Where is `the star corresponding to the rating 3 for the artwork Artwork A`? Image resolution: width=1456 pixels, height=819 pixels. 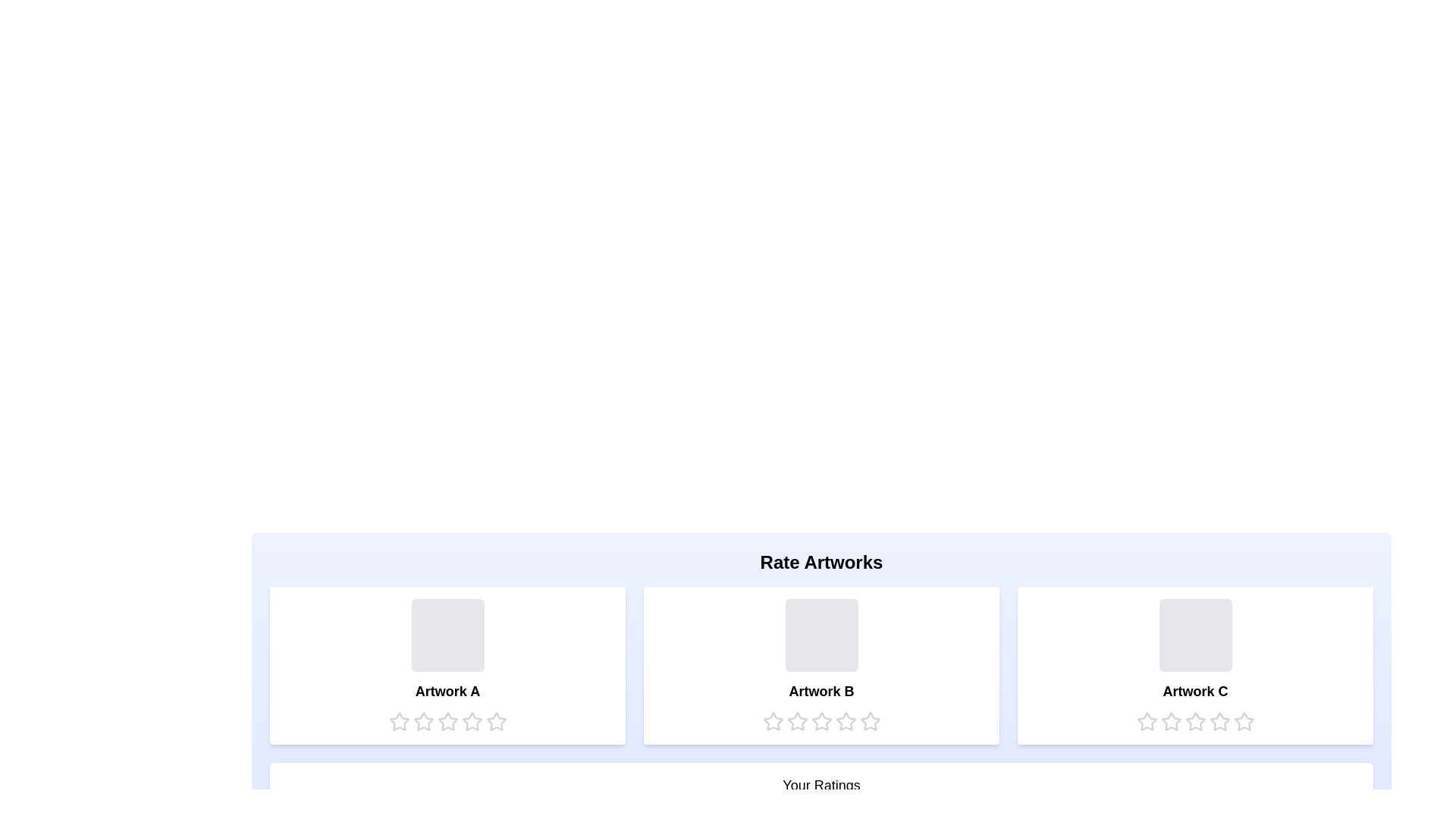 the star corresponding to the rating 3 for the artwork Artwork A is located at coordinates (447, 721).